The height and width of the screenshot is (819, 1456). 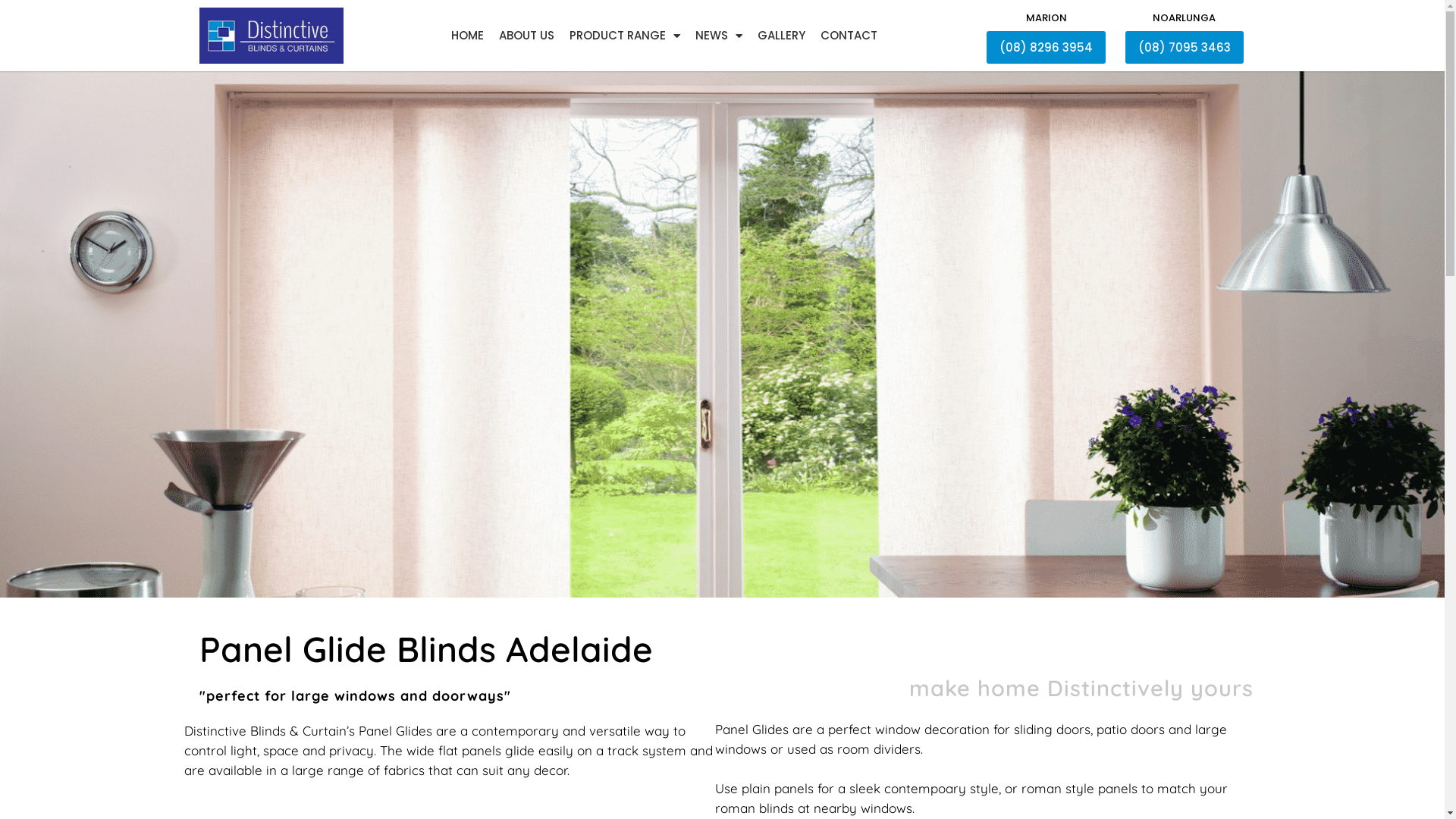 What do you see at coordinates (749, 34) in the screenshot?
I see `'GALLERY'` at bounding box center [749, 34].